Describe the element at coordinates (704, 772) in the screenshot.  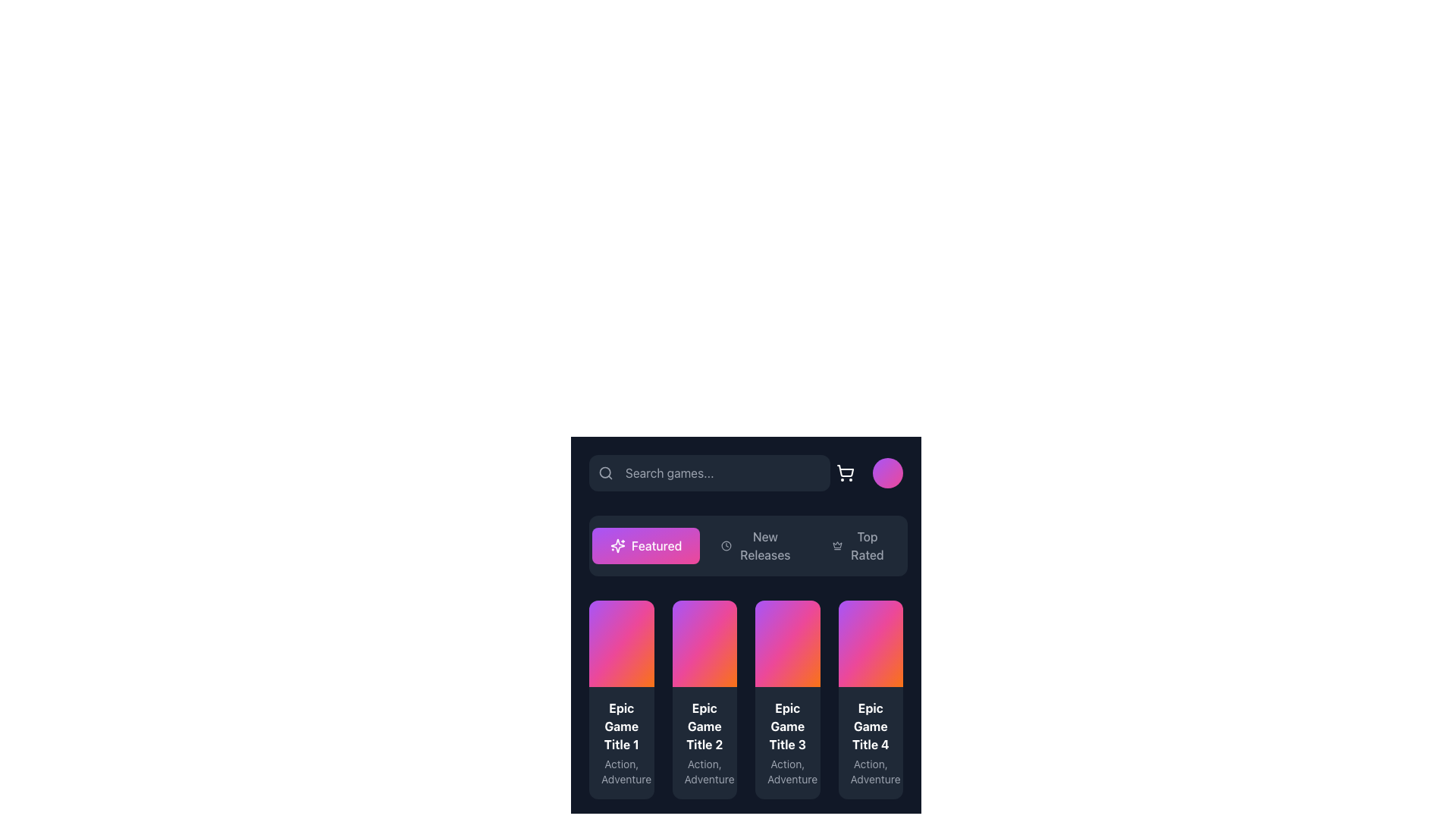
I see `the descriptive text label displaying 'Action, Adventure' located below the title 'Epic Game Title 2' in the second card of the horizontally aligned list under the 'Featured' tab` at that location.